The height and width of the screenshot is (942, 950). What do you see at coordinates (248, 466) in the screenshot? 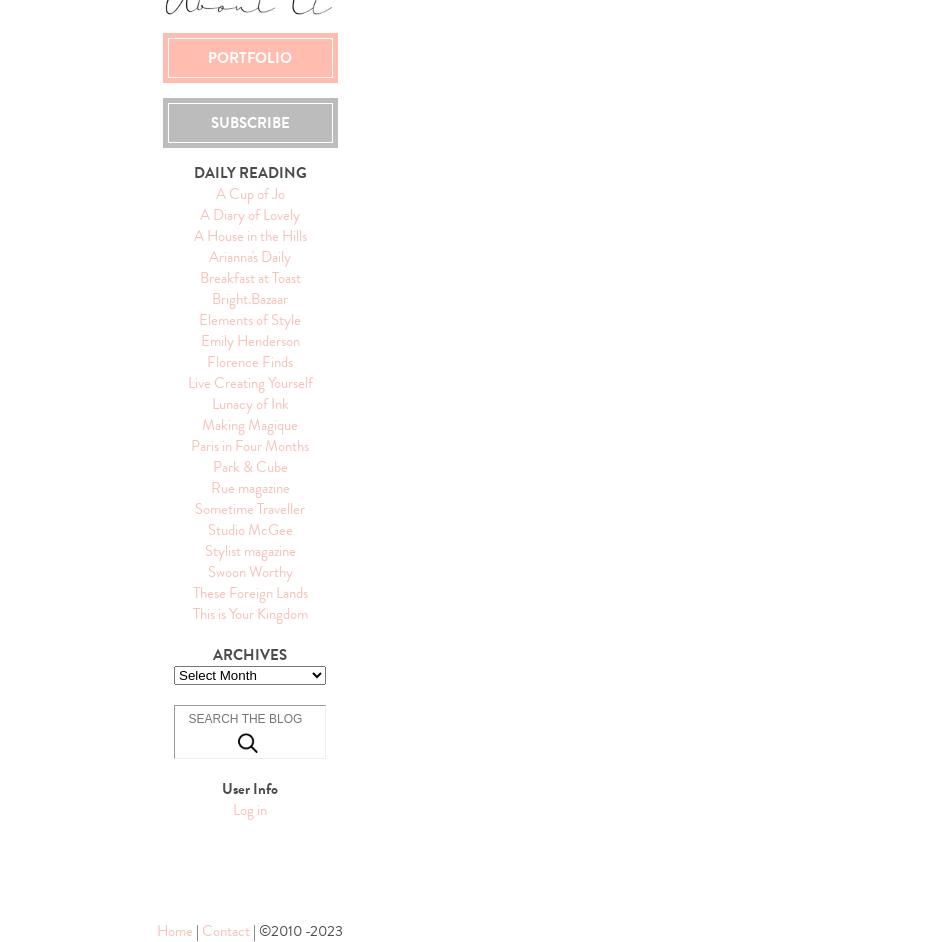
I see `'Park & Cube'` at bounding box center [248, 466].